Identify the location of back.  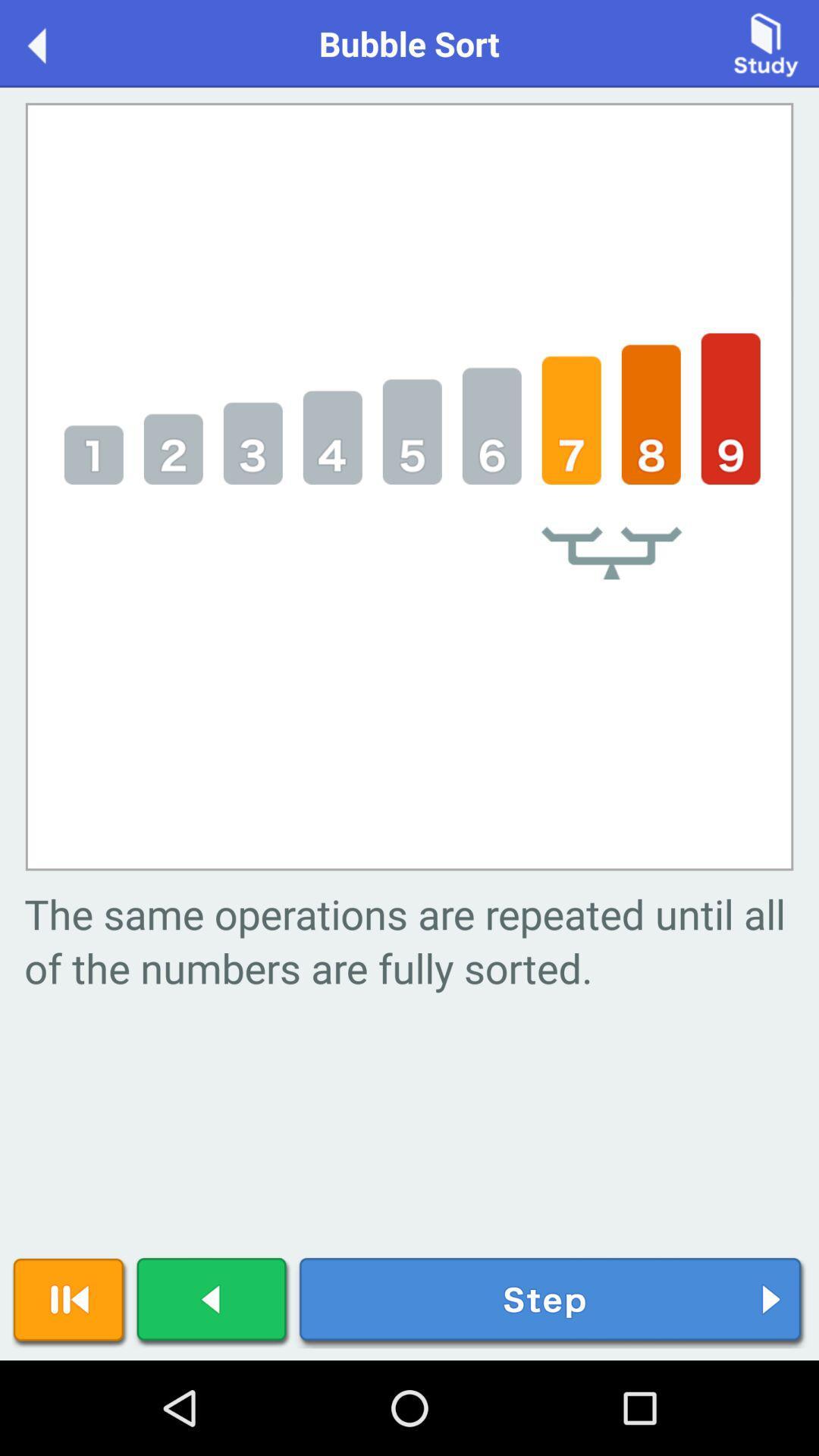
(213, 1301).